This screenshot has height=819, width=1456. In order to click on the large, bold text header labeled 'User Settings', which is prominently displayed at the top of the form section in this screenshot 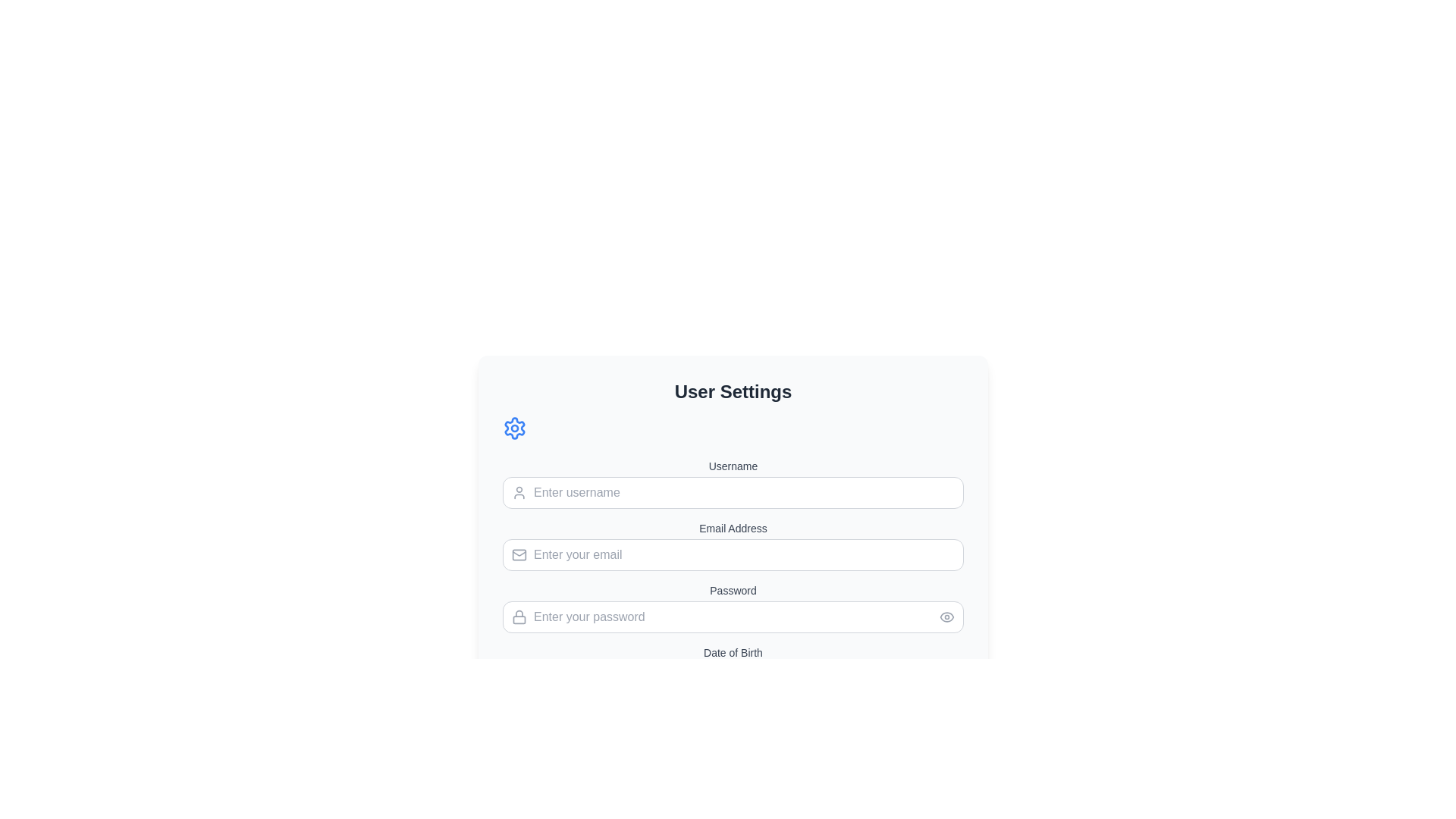, I will do `click(733, 391)`.